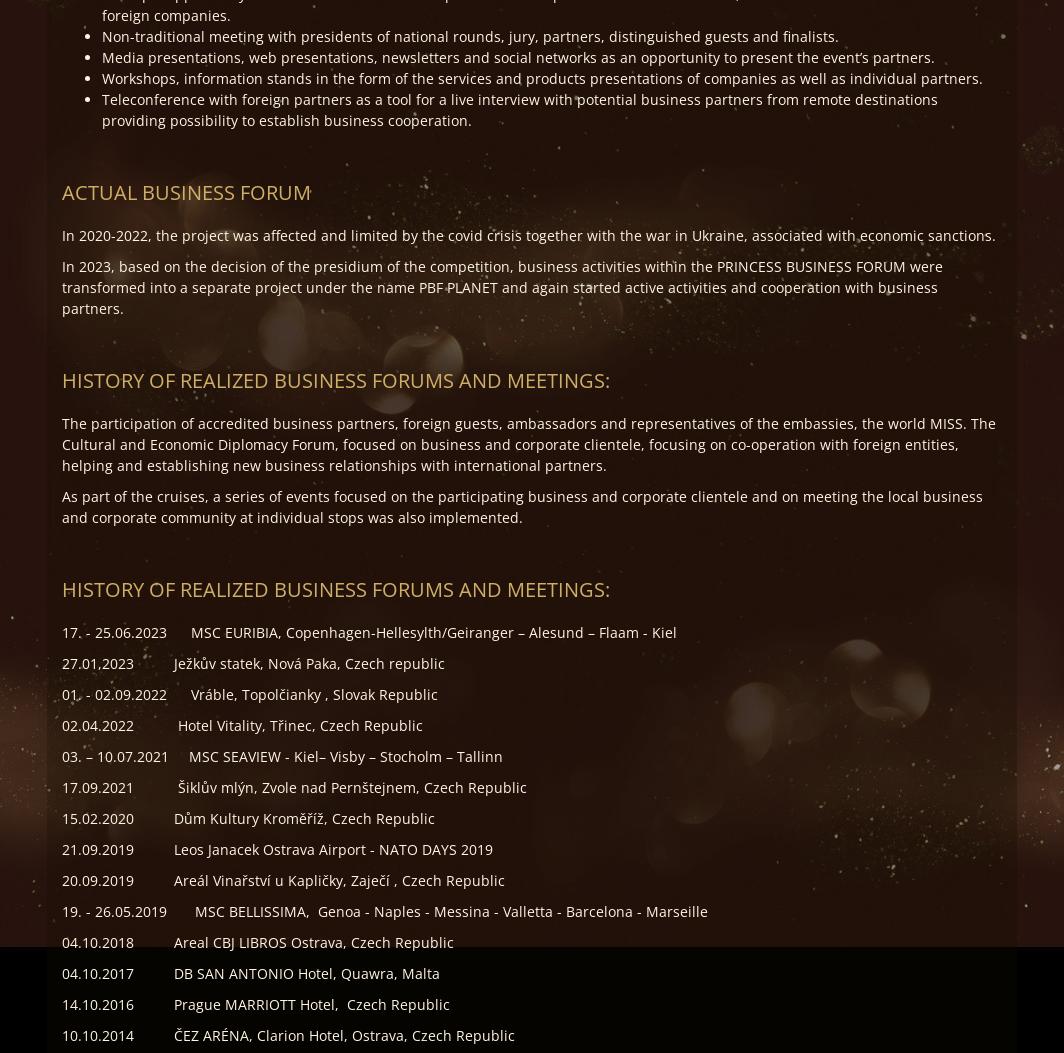  What do you see at coordinates (384, 910) in the screenshot?
I see `'19. - 26.05.2019       MSC BELLISSIMA,  Genoa - Naples - Messina - Valletta - Barcelona - Marseille'` at bounding box center [384, 910].